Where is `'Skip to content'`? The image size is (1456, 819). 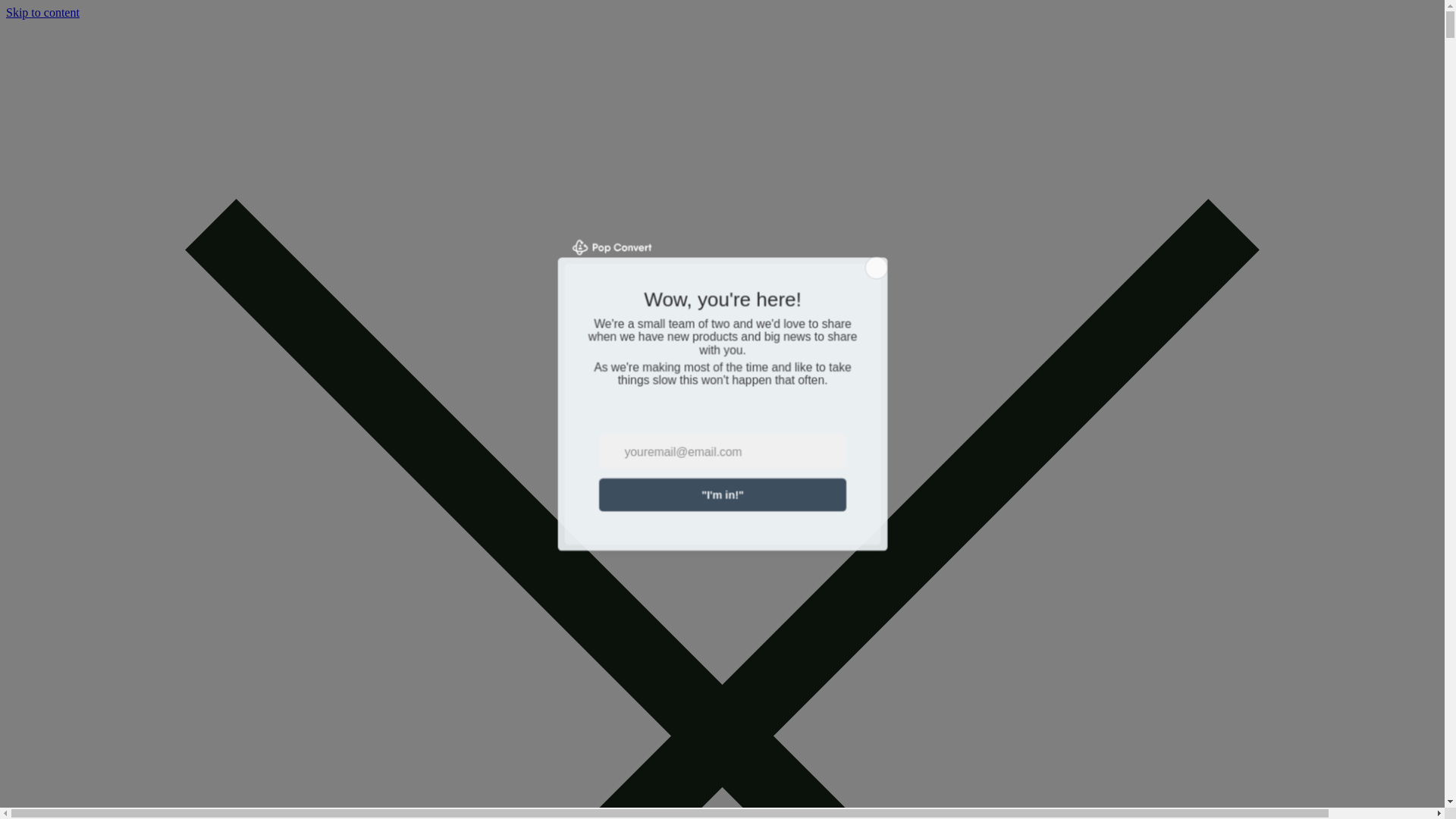
'Skip to content' is located at coordinates (42, 12).